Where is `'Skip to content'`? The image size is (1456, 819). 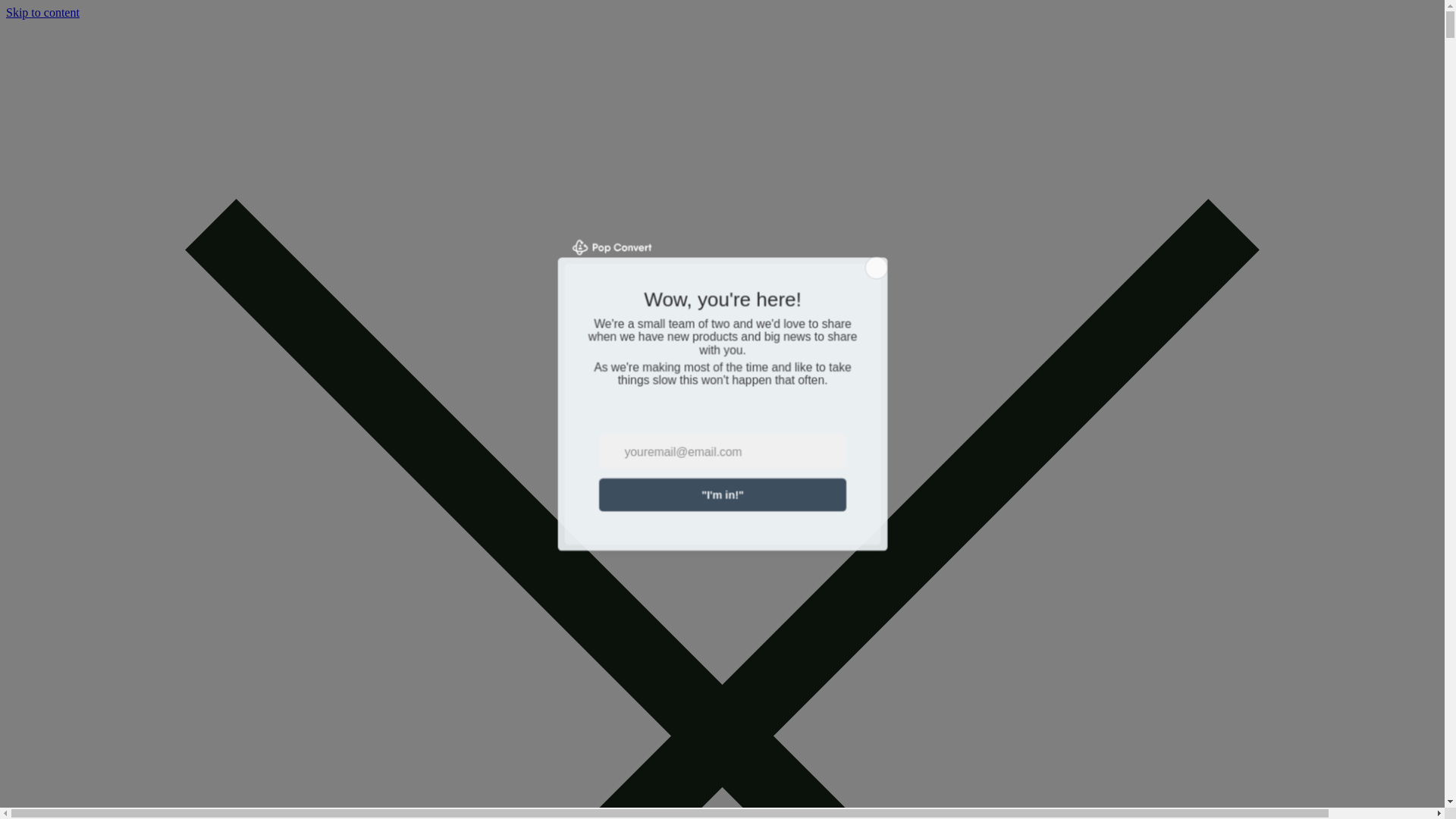
'Skip to content' is located at coordinates (42, 12).